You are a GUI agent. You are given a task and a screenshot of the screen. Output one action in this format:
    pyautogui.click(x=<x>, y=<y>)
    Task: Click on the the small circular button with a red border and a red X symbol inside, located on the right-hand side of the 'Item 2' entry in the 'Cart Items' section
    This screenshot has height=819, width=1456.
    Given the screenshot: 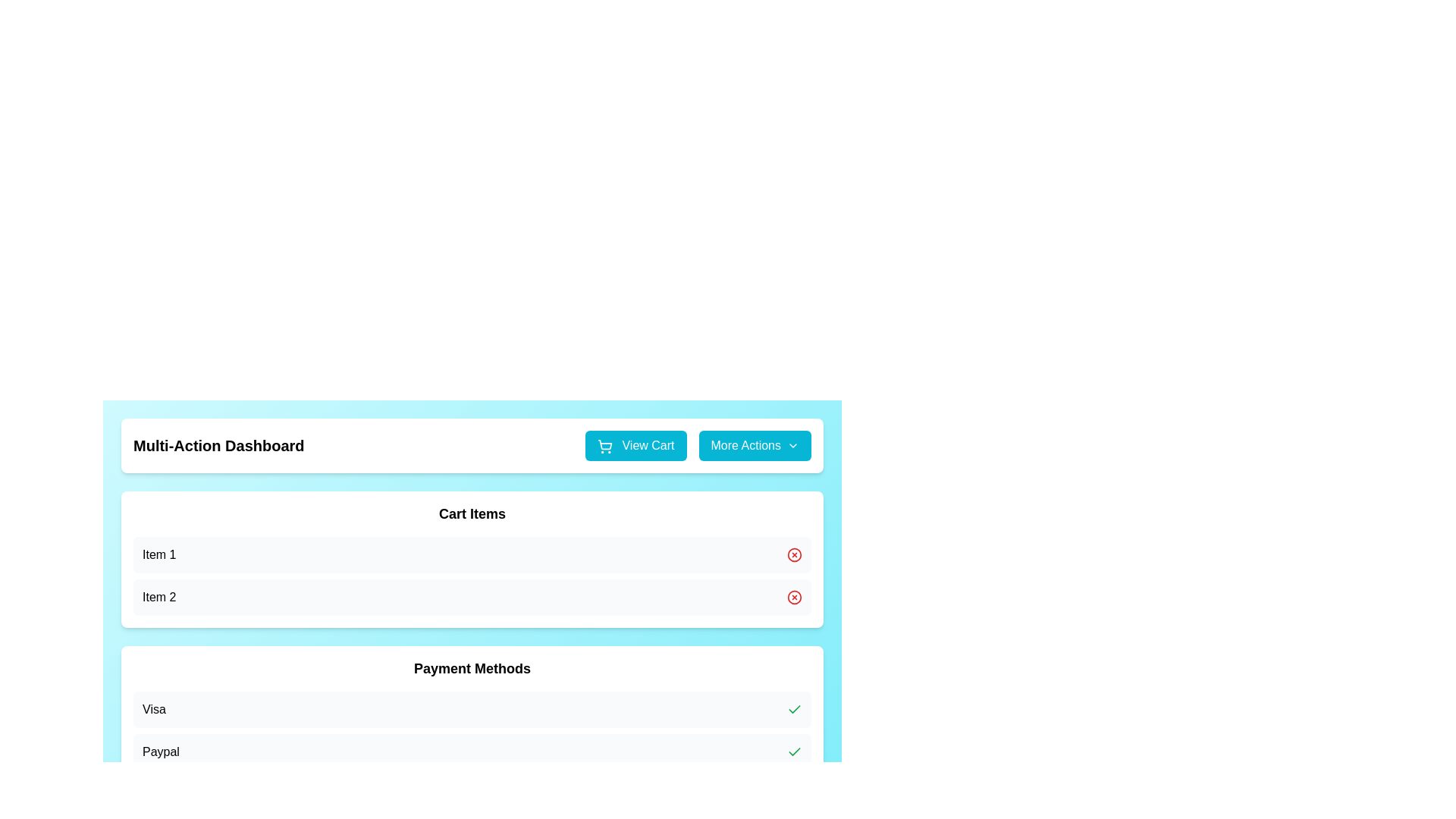 What is the action you would take?
    pyautogui.click(x=793, y=596)
    